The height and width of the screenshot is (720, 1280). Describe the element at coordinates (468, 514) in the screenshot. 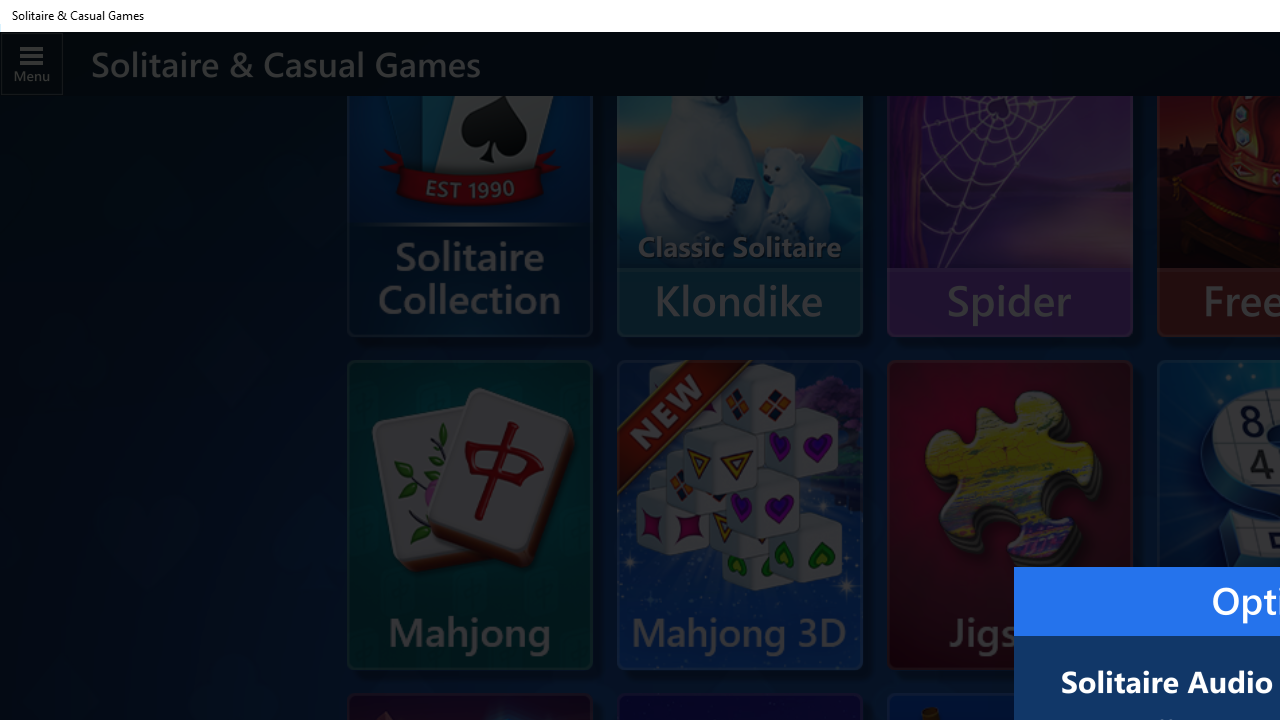

I see `'Microsoft Mahjong'` at that location.